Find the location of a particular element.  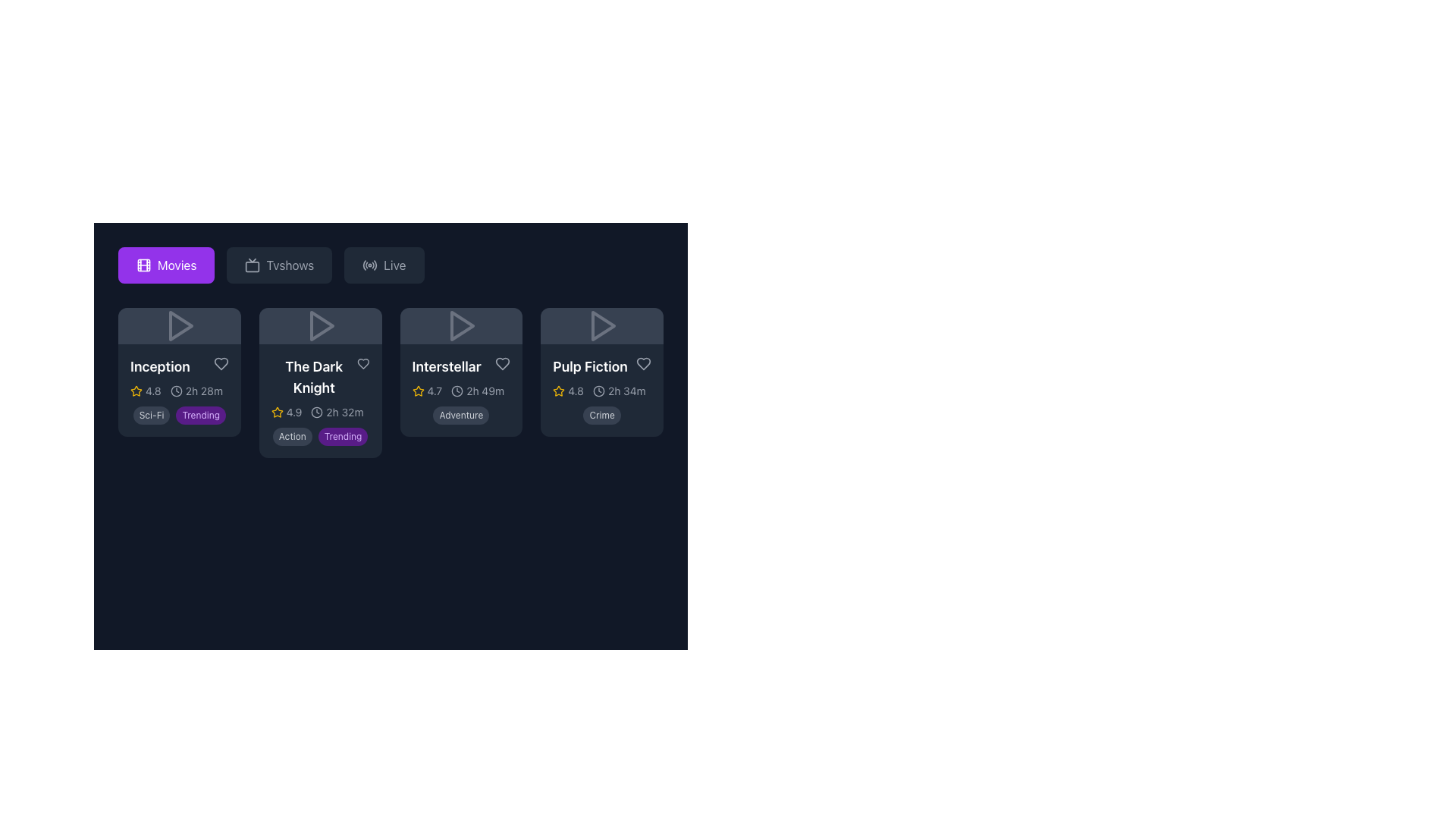

the clock icon for 'The Dark Knight', which is located to the left of the text '2h 32m' is located at coordinates (316, 412).